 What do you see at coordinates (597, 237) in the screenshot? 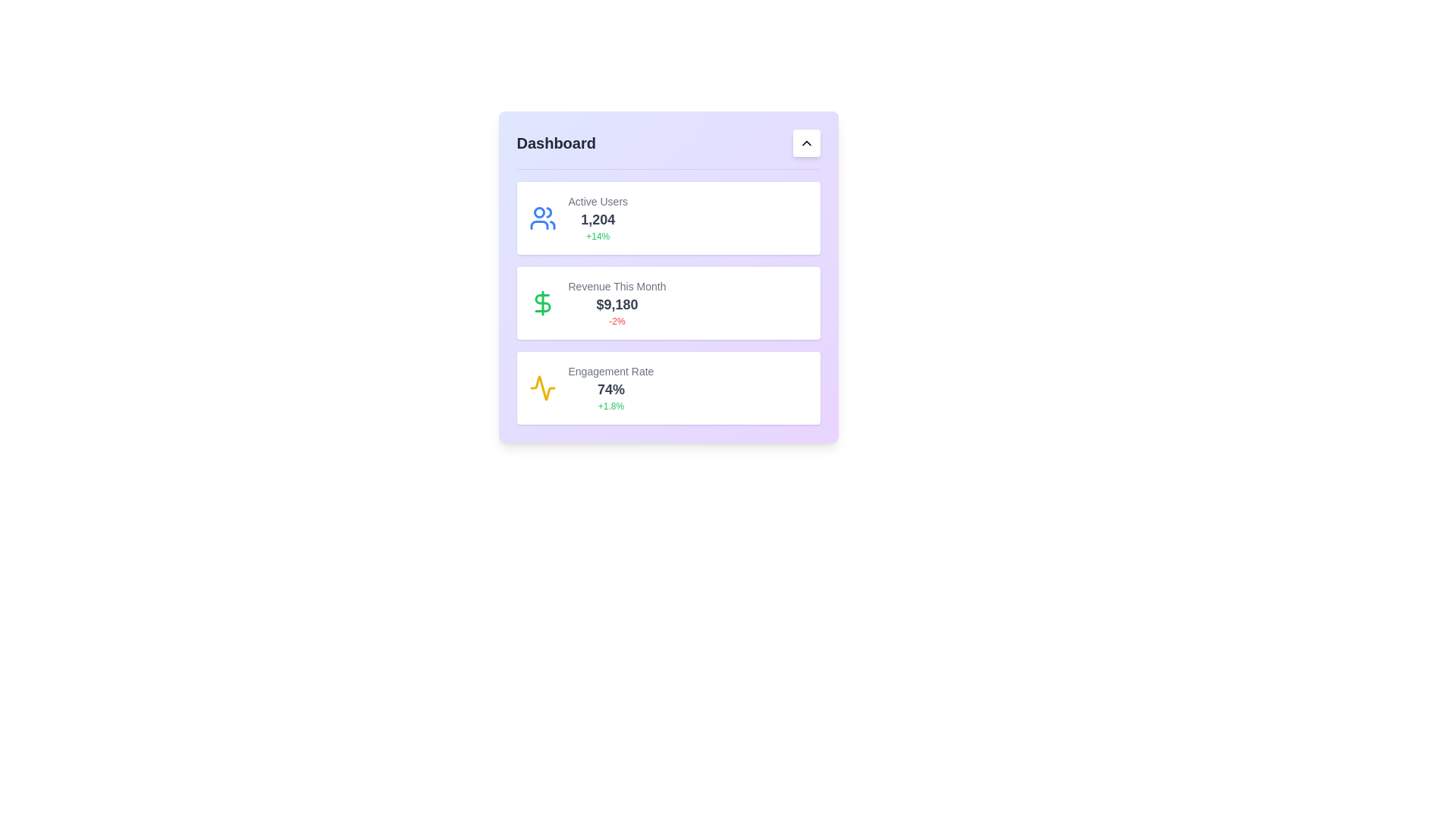
I see `green text label indicating the percentage increase of active users, located beneath the numeric value '1,204' in the 'Active Users' section of the dashboard` at bounding box center [597, 237].